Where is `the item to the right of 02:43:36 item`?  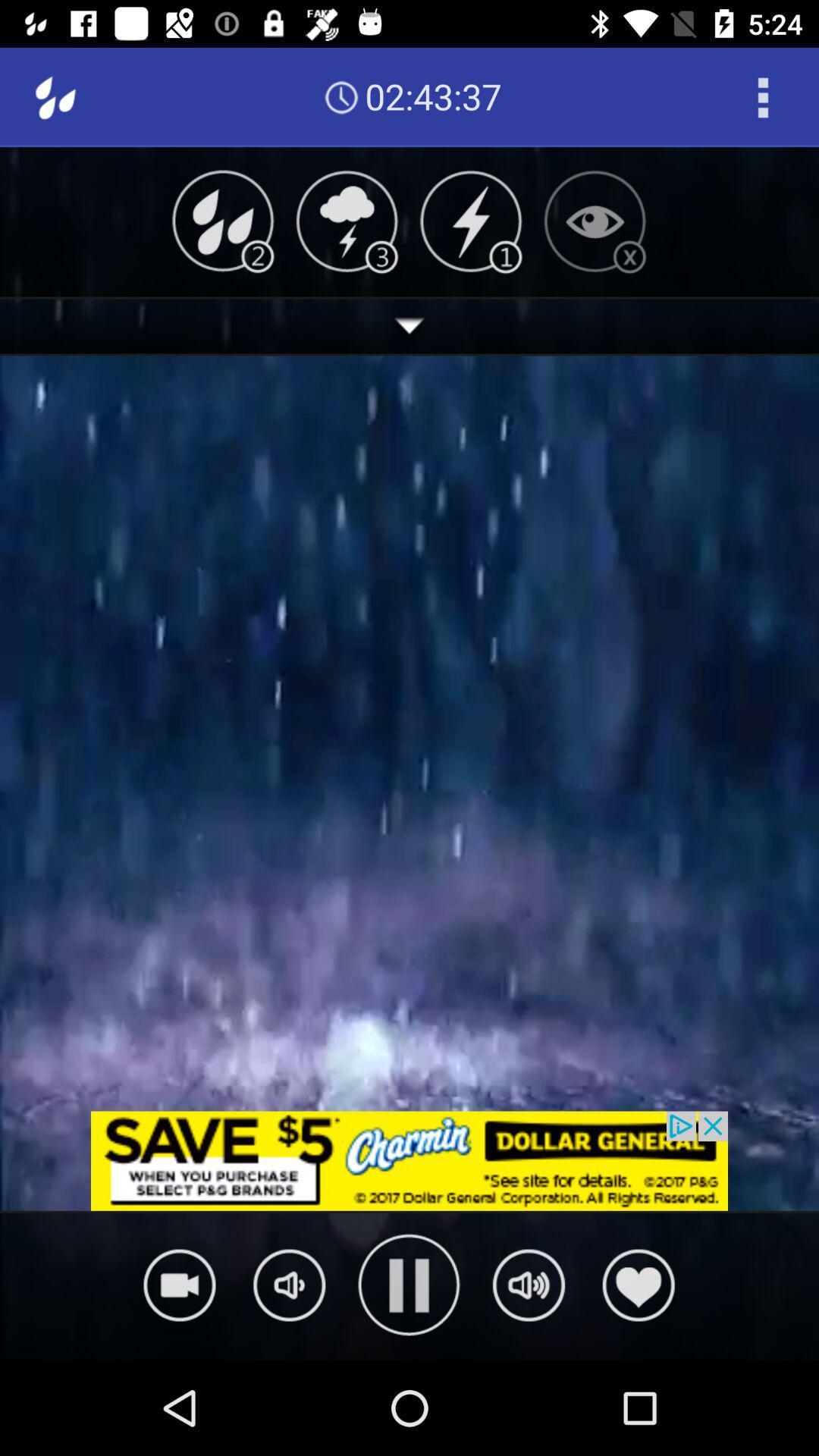
the item to the right of 02:43:36 item is located at coordinates (763, 96).